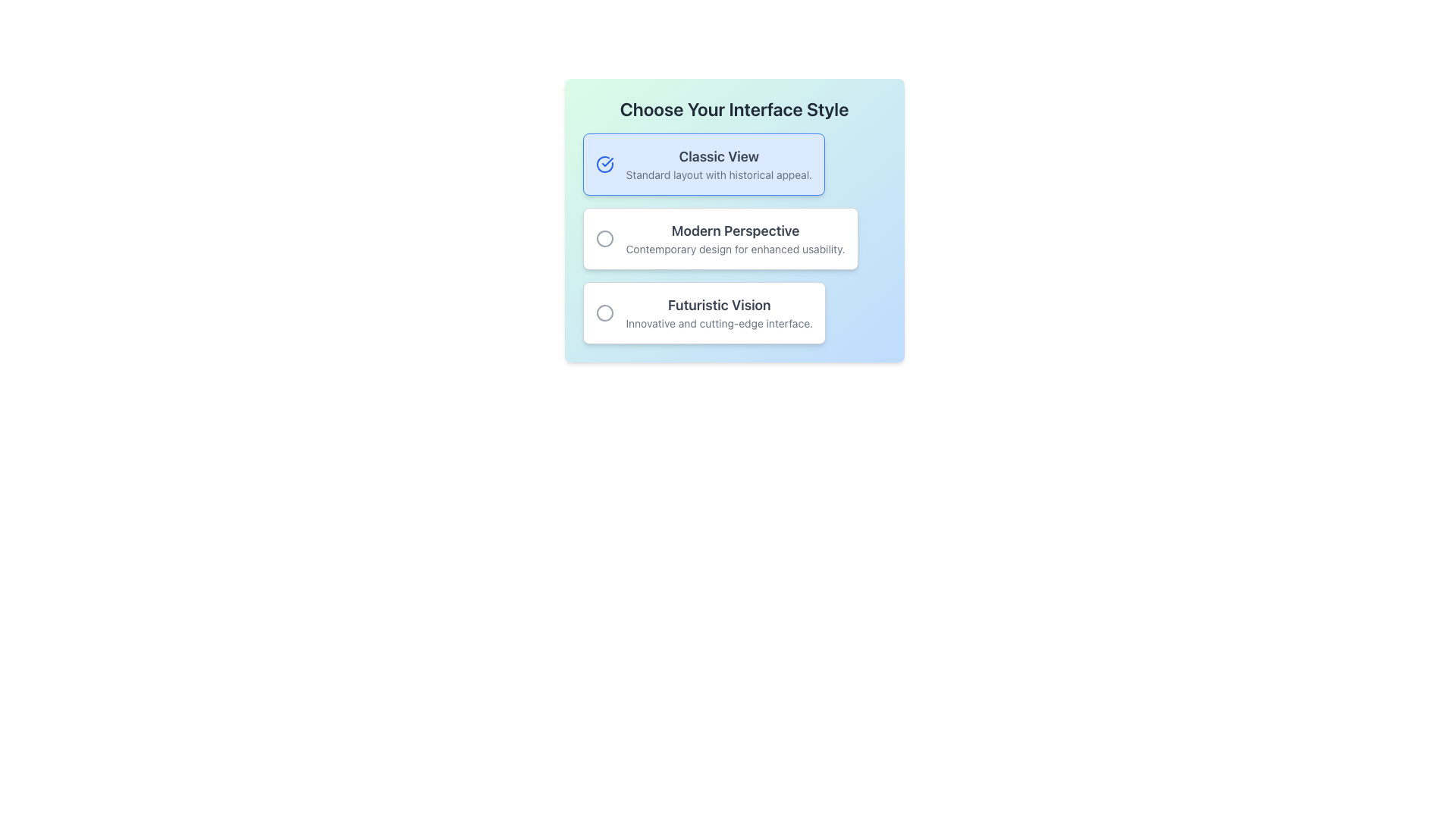 This screenshot has height=819, width=1456. I want to click on the text label 'Modern Perspective', which is the second option in the interface style selection menu, located at the center of the interface, so click(735, 231).